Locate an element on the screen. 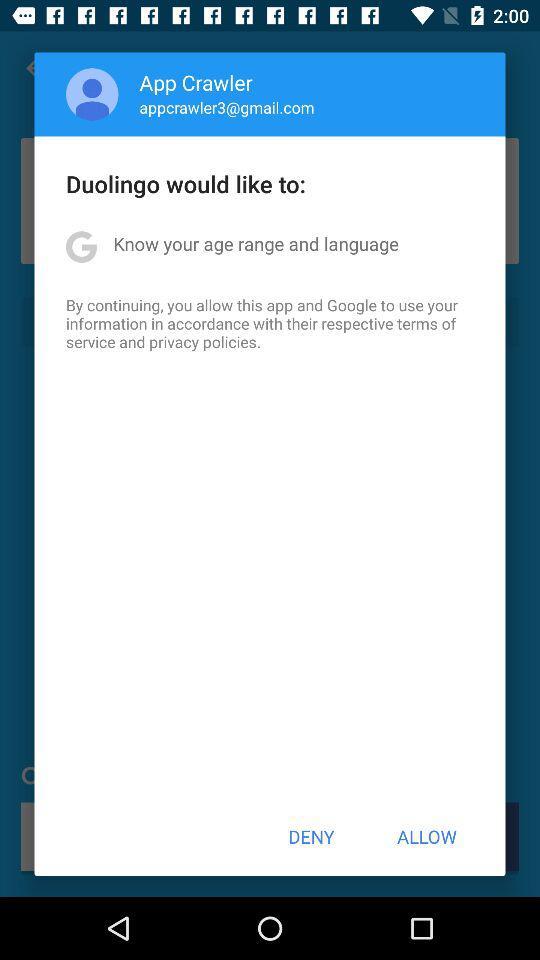 This screenshot has height=960, width=540. item next to the app crawler item is located at coordinates (91, 94).